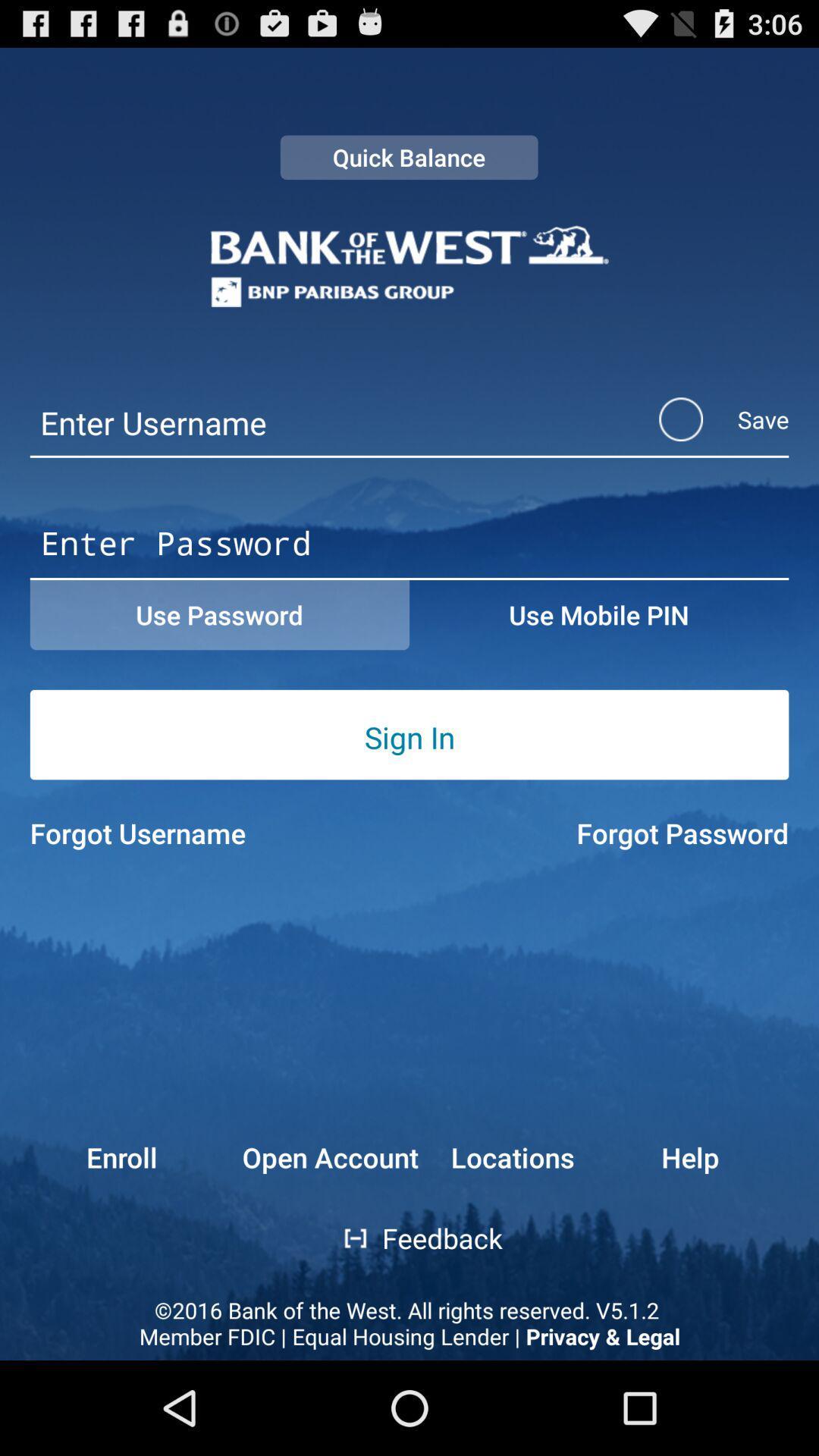 The image size is (819, 1456). I want to click on icon next to enroll item, so click(329, 1156).